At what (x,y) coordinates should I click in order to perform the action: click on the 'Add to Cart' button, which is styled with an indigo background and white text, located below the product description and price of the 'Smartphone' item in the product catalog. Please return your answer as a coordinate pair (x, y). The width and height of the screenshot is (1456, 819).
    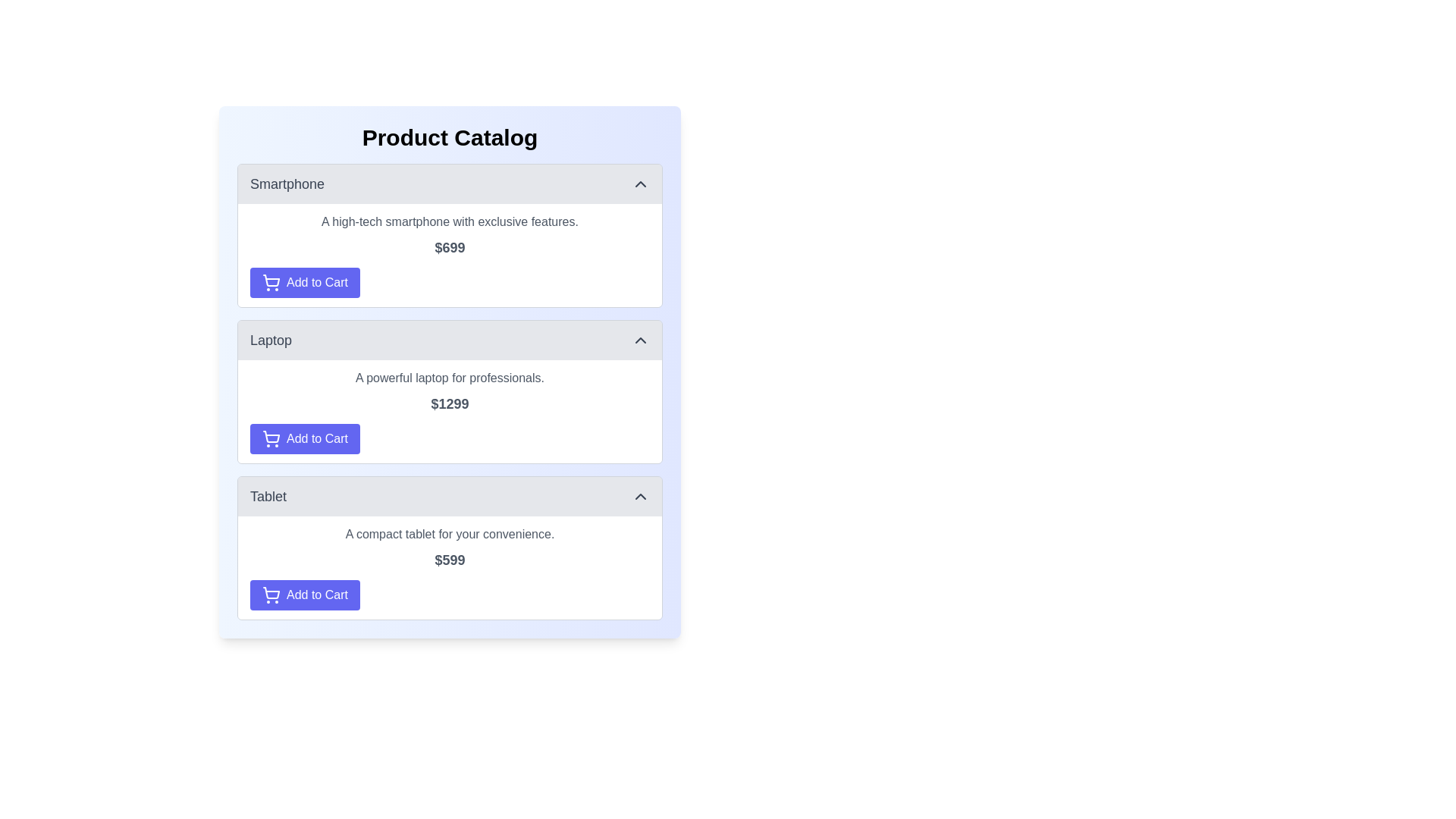
    Looking at the image, I should click on (304, 283).